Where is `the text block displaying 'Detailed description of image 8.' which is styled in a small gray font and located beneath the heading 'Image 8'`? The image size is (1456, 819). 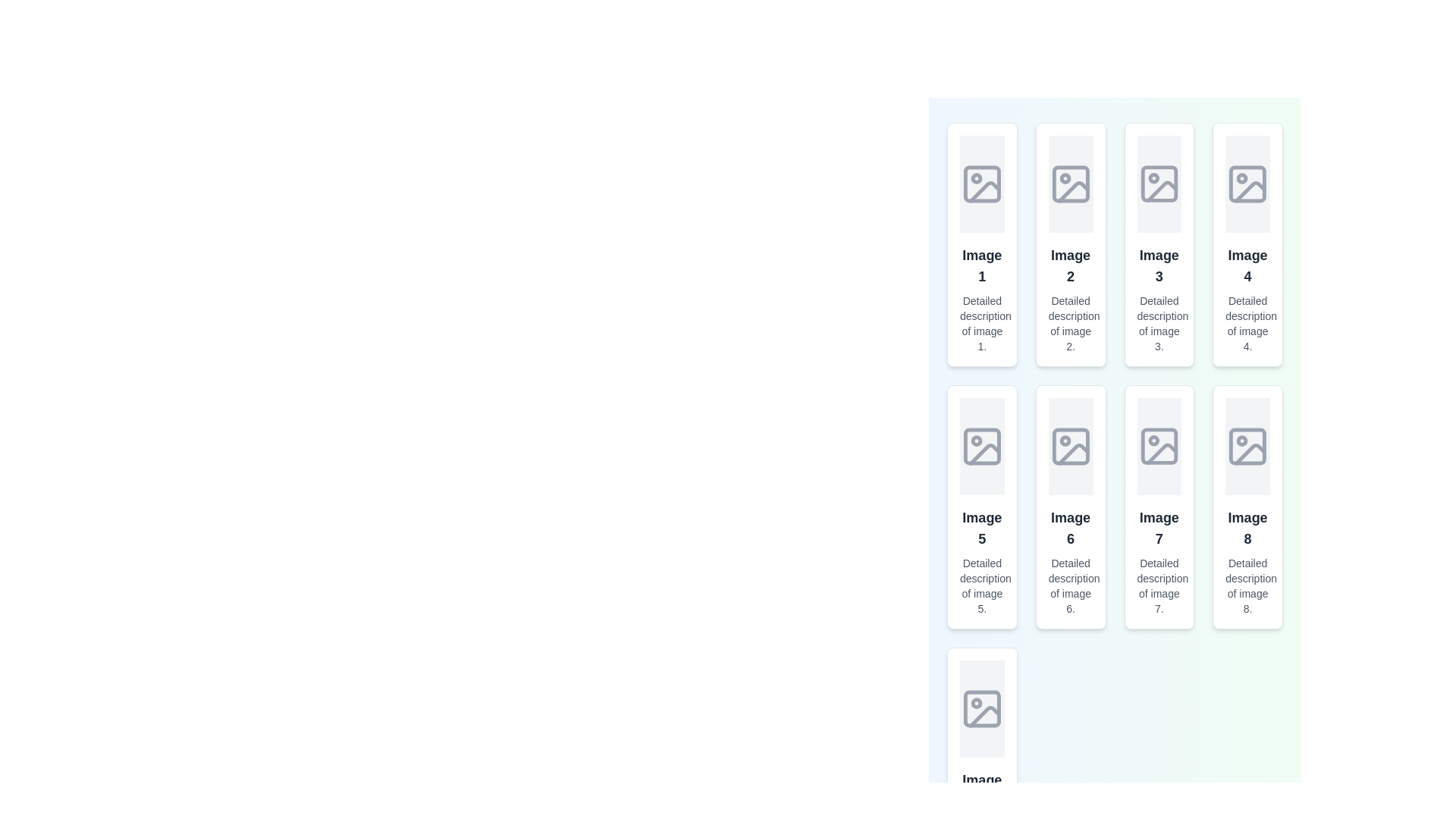
the text block displaying 'Detailed description of image 8.' which is styled in a small gray font and located beneath the heading 'Image 8' is located at coordinates (1247, 585).